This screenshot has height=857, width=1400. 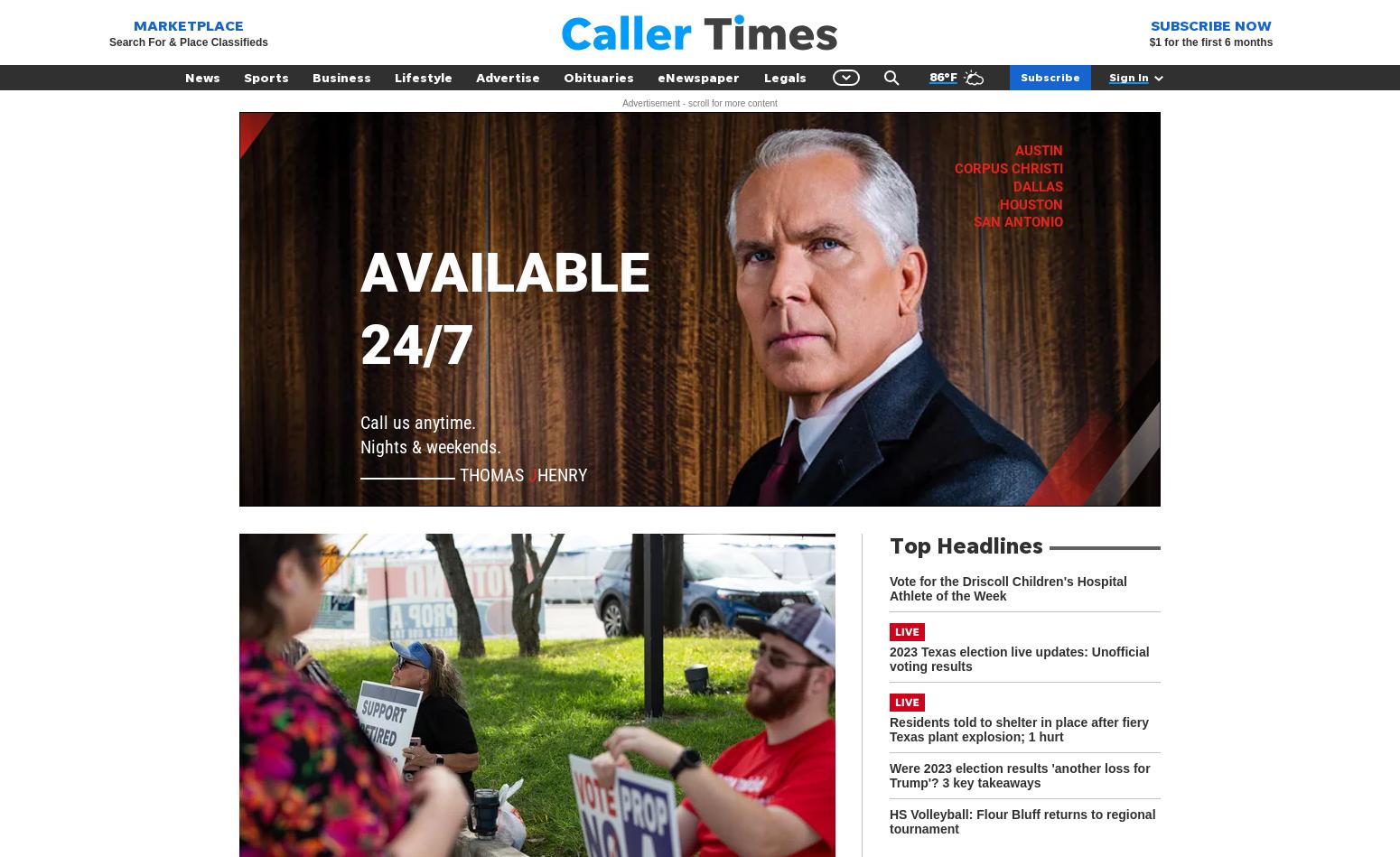 I want to click on 'HS Volleyball: Flour Bluff returns to regional tournament', so click(x=889, y=820).